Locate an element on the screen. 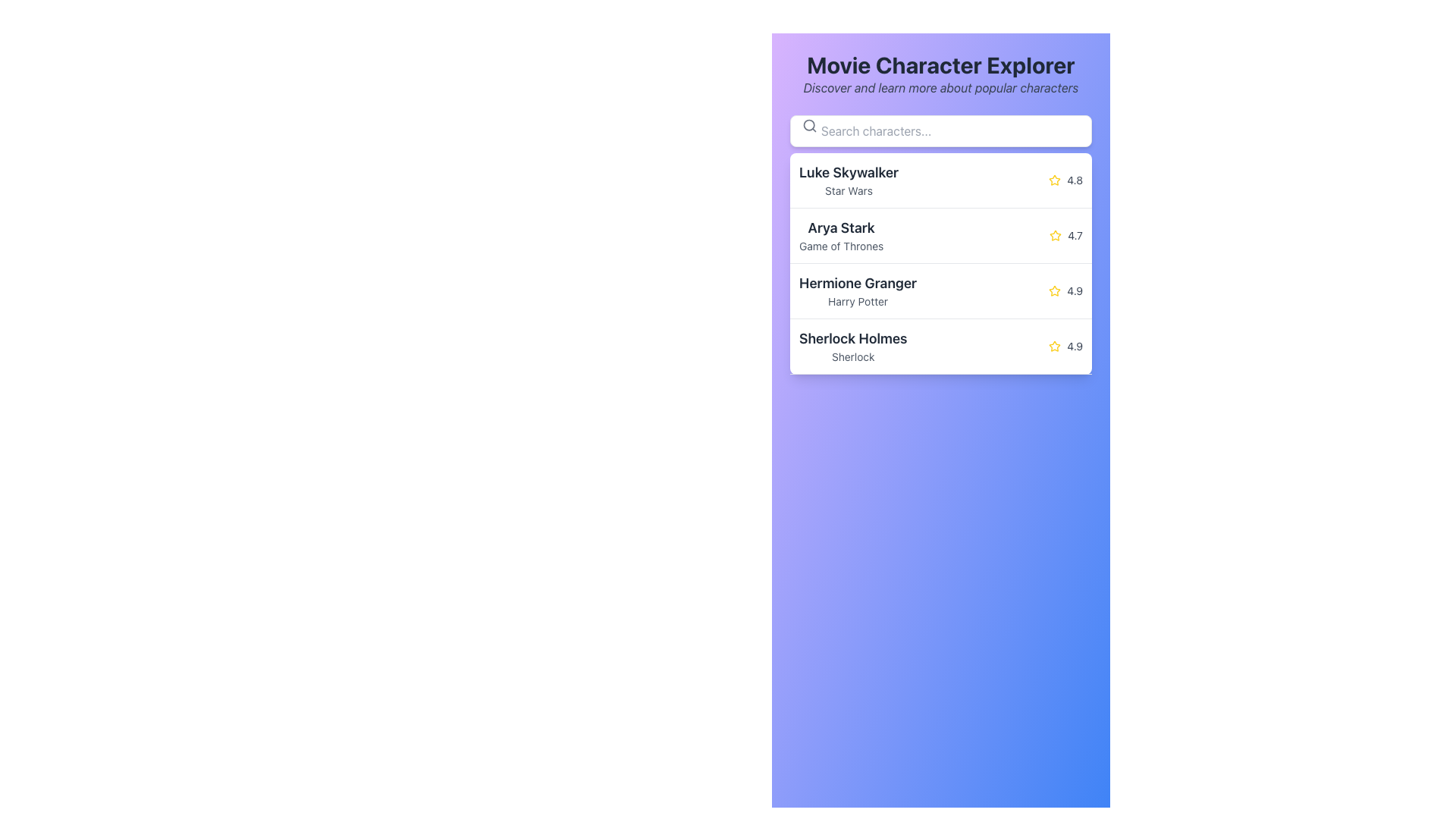  the list item displaying 'Sherlock Holmes' with a rating score of '4.9' is located at coordinates (940, 346).